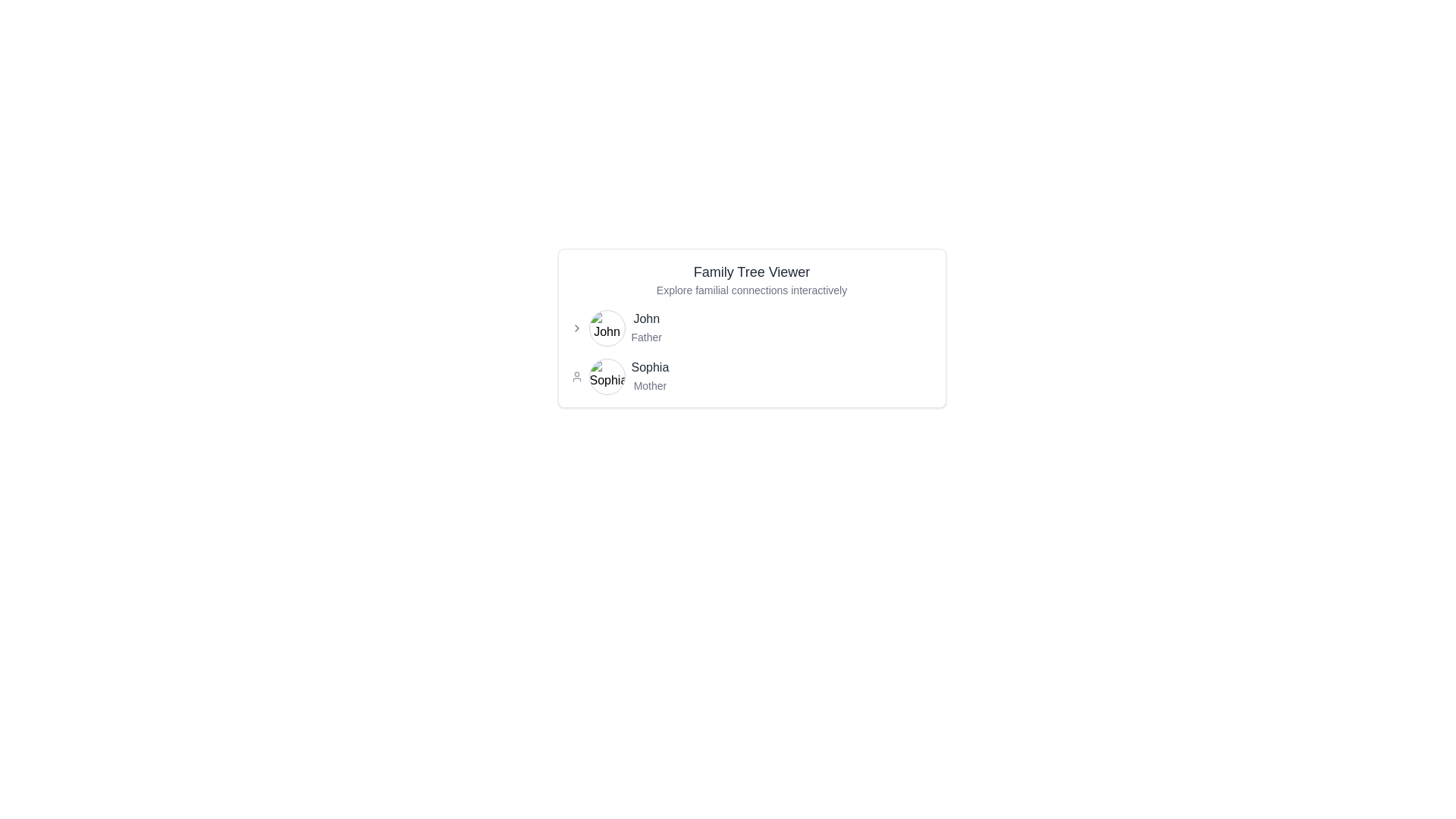 This screenshot has height=819, width=1456. What do you see at coordinates (752, 290) in the screenshot?
I see `the Text Label that serves as a subheading for the 'Family Tree Viewer', positioned directly below it and above the list of familial connections` at bounding box center [752, 290].